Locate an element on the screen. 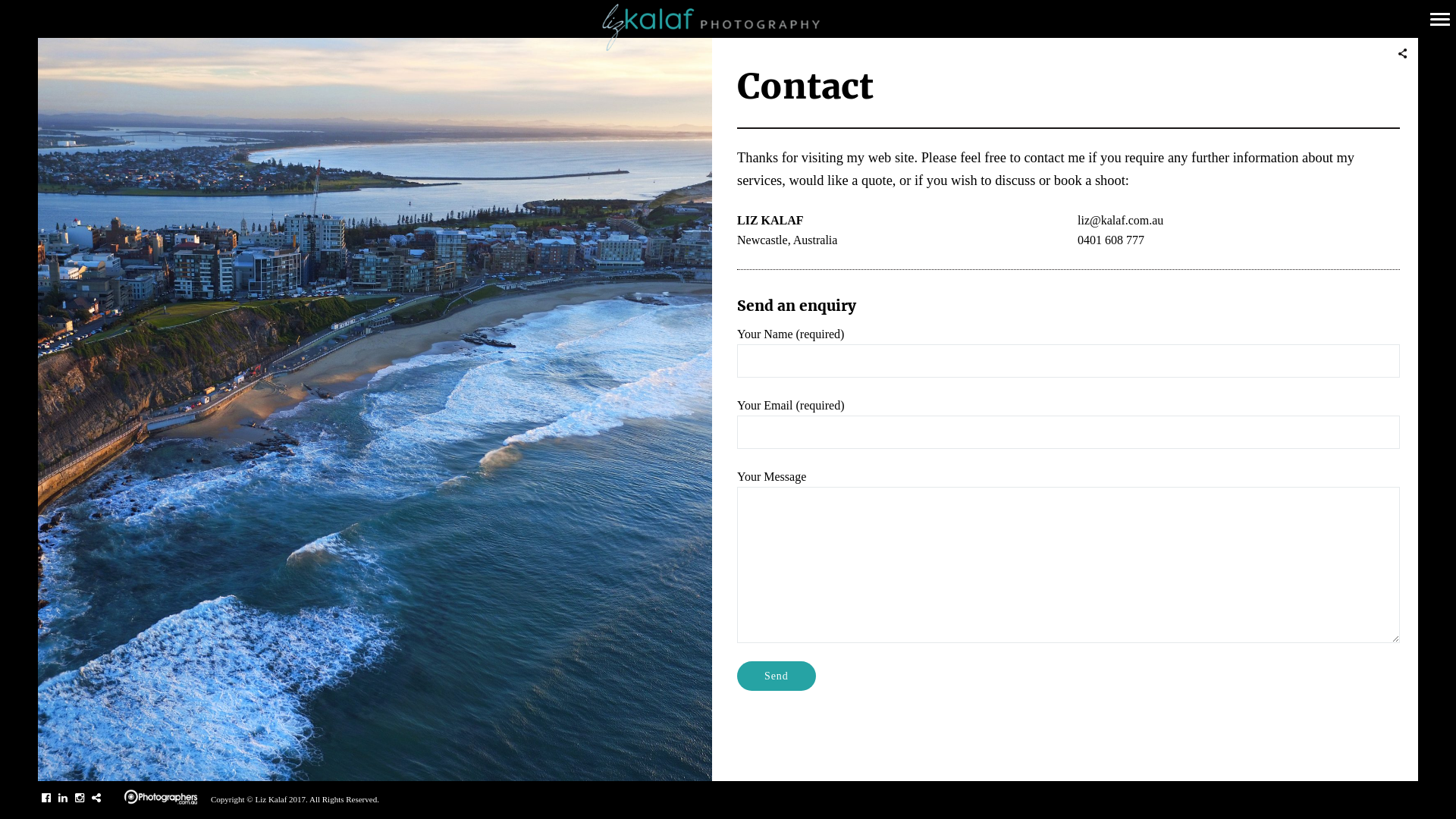 The height and width of the screenshot is (819, 1456). 'Houzz' is located at coordinates (95, 797).